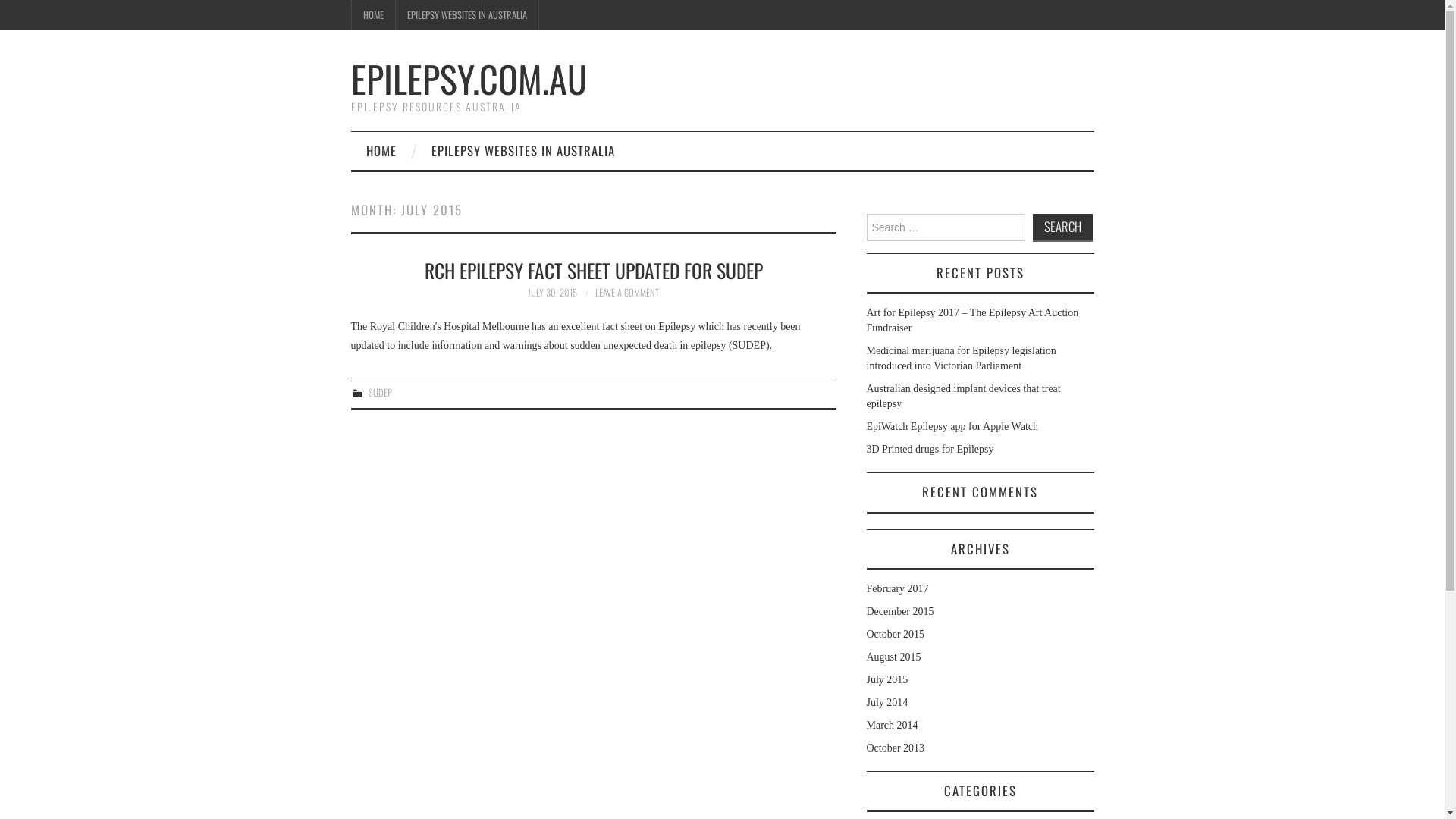 This screenshot has height=819, width=1456. I want to click on 'August 2015', so click(893, 656).